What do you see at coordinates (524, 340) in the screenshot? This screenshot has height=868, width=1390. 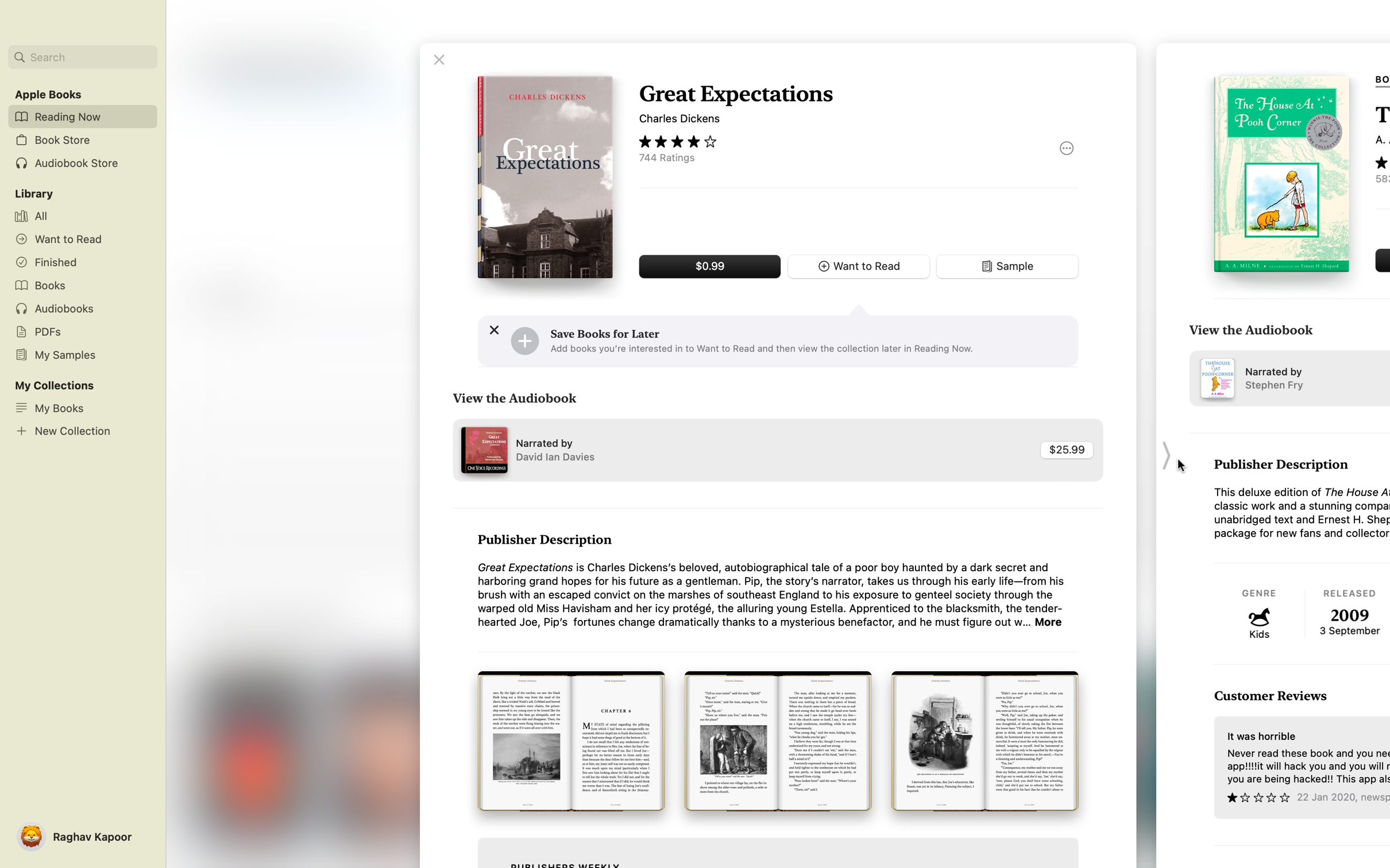 I see `Put the selected book in your wish list` at bounding box center [524, 340].